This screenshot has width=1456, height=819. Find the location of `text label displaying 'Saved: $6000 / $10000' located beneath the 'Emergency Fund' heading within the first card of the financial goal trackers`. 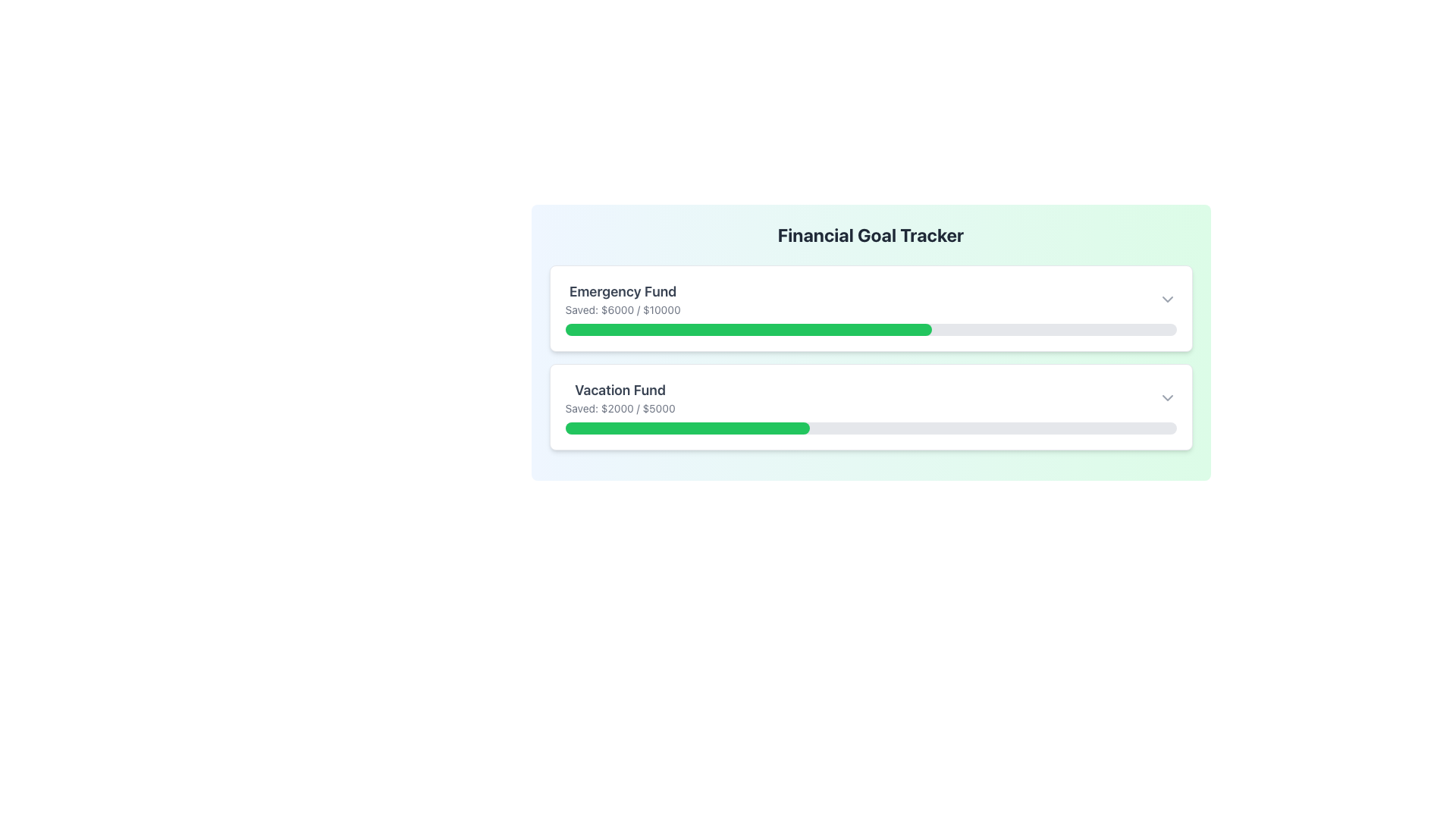

text label displaying 'Saved: $6000 / $10000' located beneath the 'Emergency Fund' heading within the first card of the financial goal trackers is located at coordinates (623, 309).